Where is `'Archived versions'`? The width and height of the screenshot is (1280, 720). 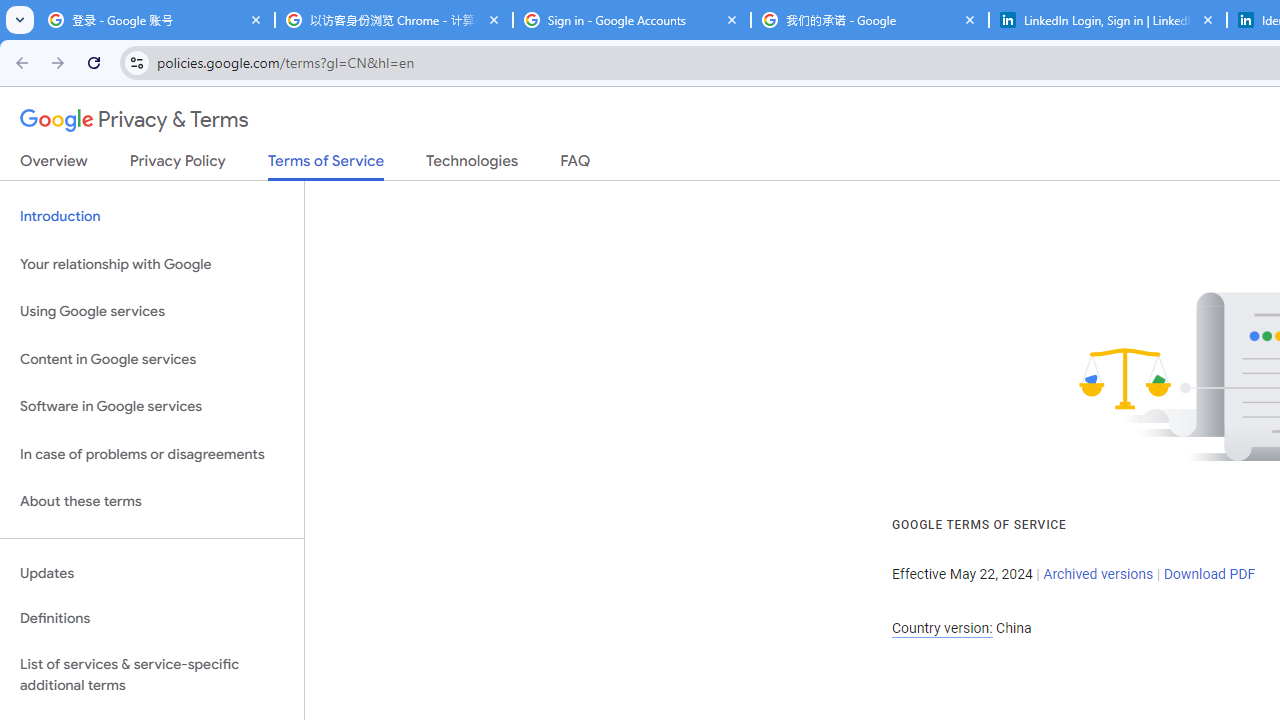 'Archived versions' is located at coordinates (1097, 574).